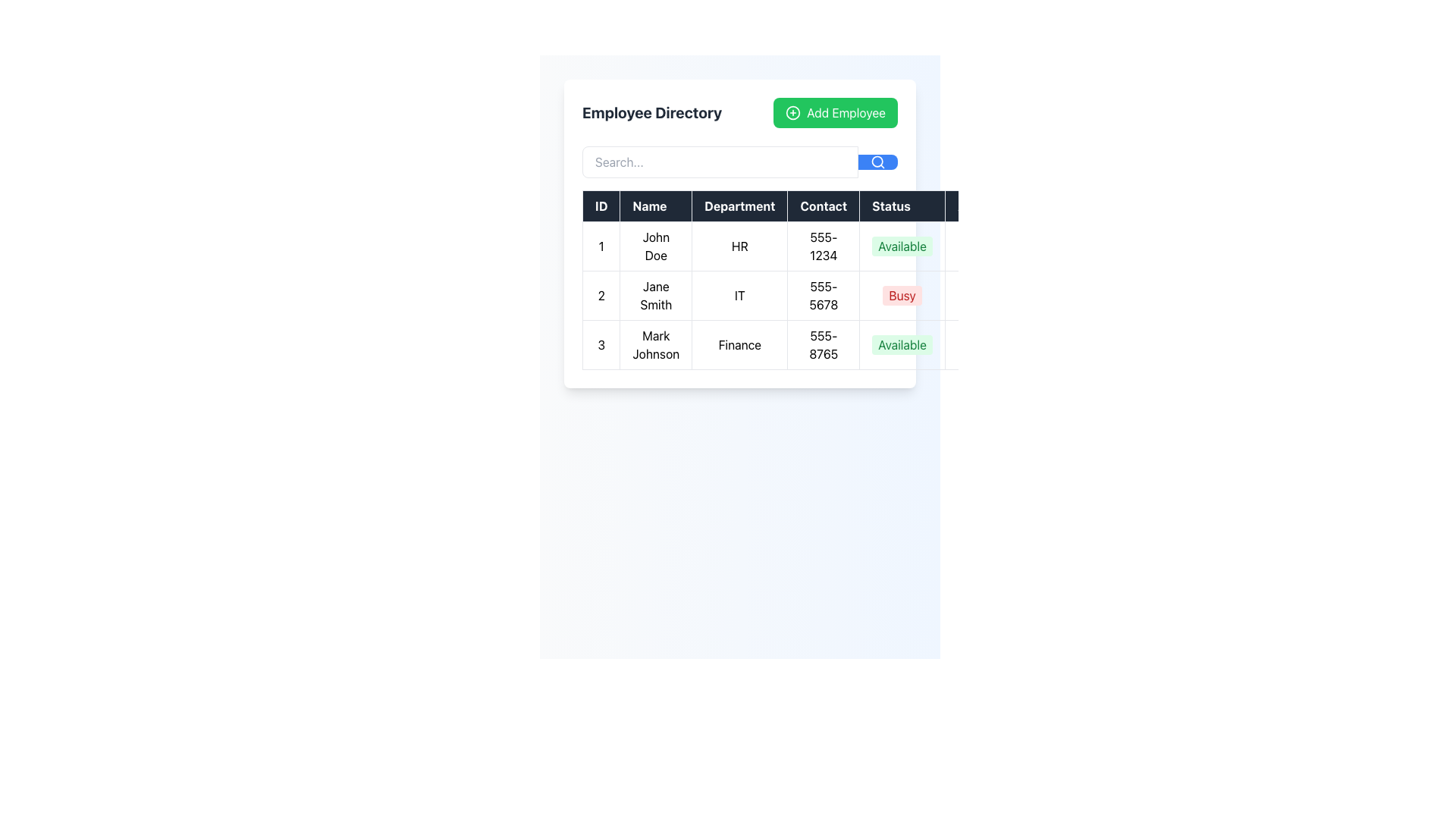 This screenshot has width=1456, height=819. Describe the element at coordinates (739, 245) in the screenshot. I see `the table cell displaying the department name 'HR' in the first row under the 'Department' column, which is the third cell in its row` at that location.